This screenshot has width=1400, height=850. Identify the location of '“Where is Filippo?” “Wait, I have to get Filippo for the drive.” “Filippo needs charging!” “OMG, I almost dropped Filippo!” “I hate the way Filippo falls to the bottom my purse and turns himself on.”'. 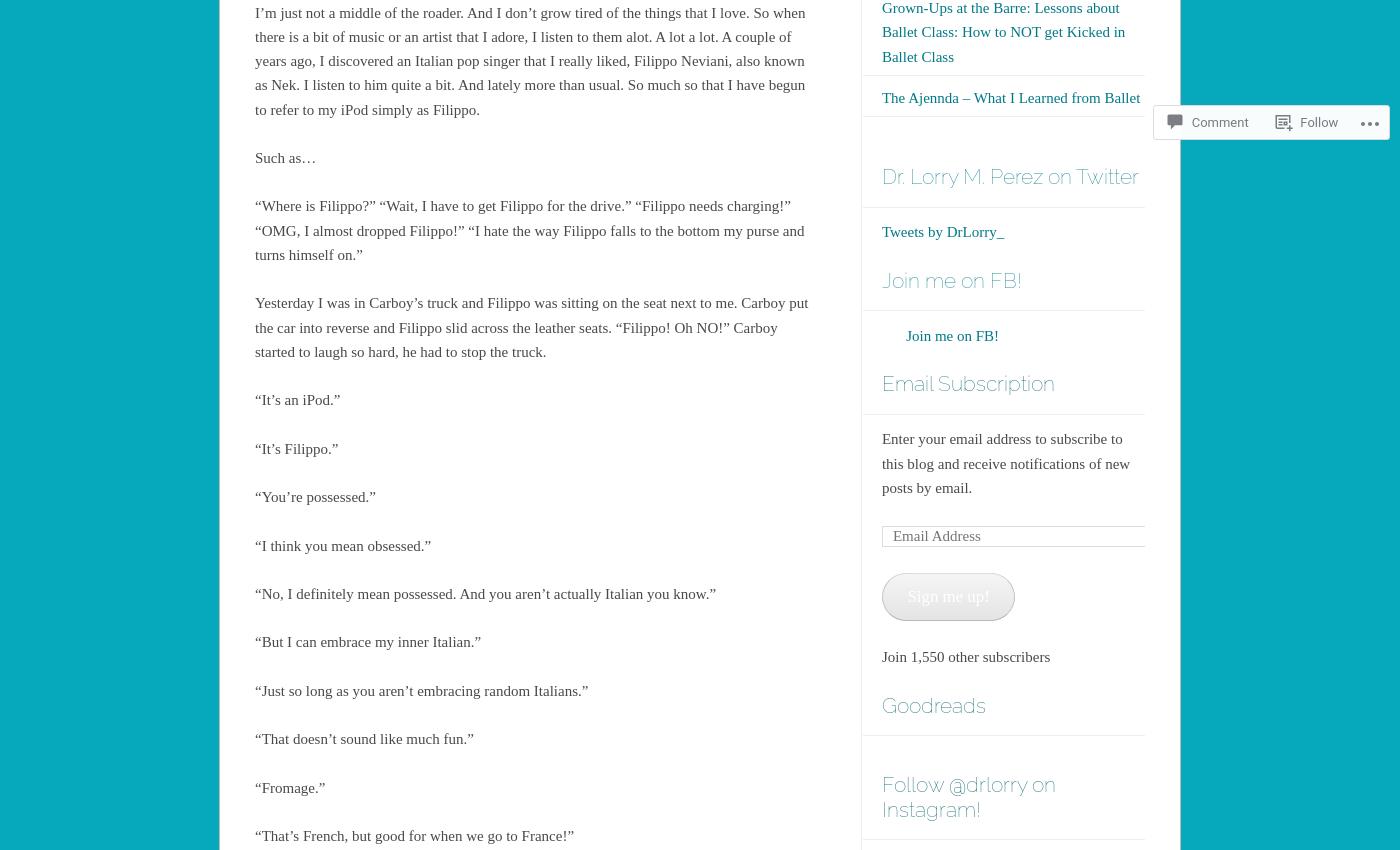
(529, 230).